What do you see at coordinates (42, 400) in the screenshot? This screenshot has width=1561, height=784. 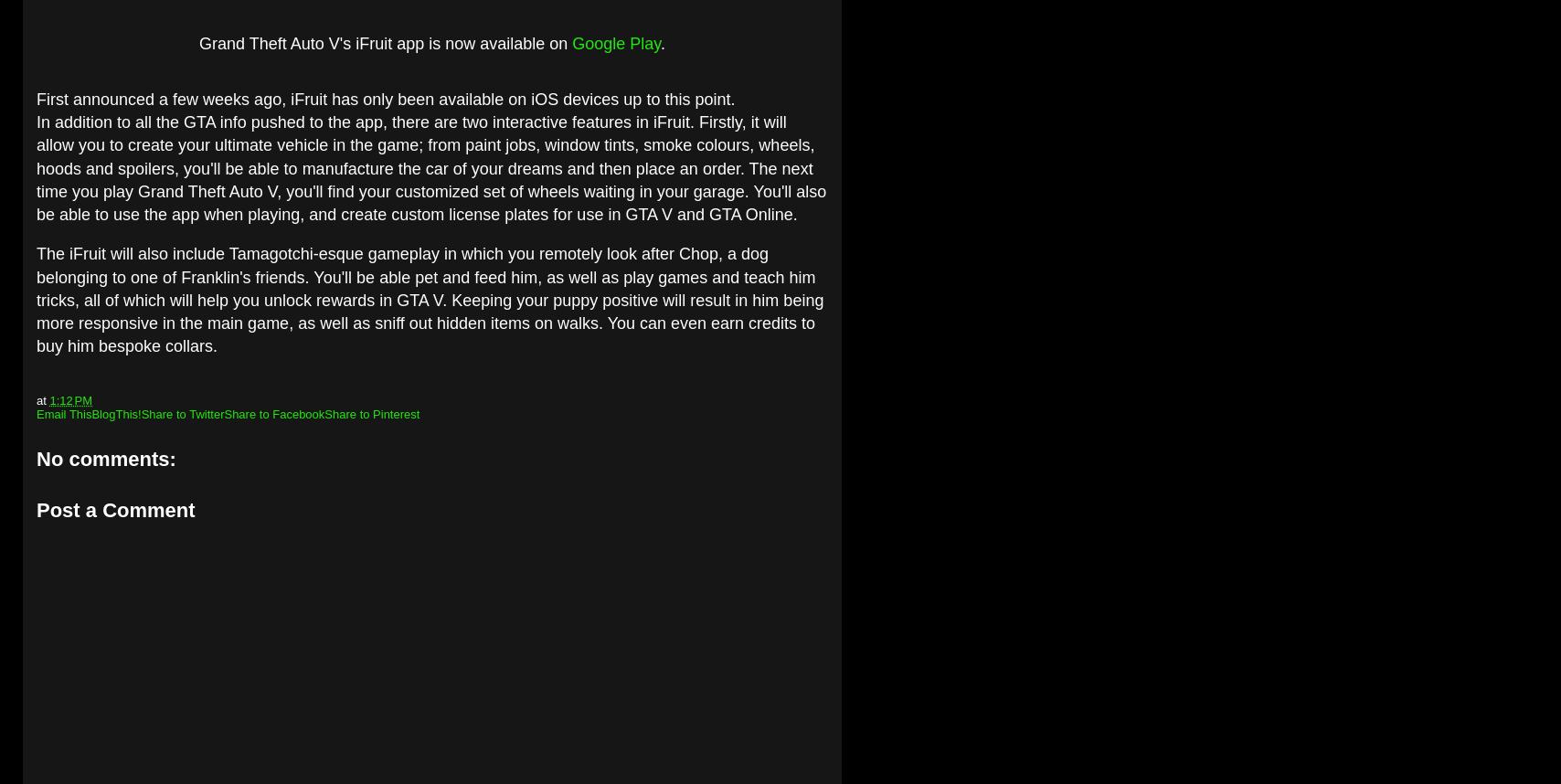 I see `'at'` at bounding box center [42, 400].